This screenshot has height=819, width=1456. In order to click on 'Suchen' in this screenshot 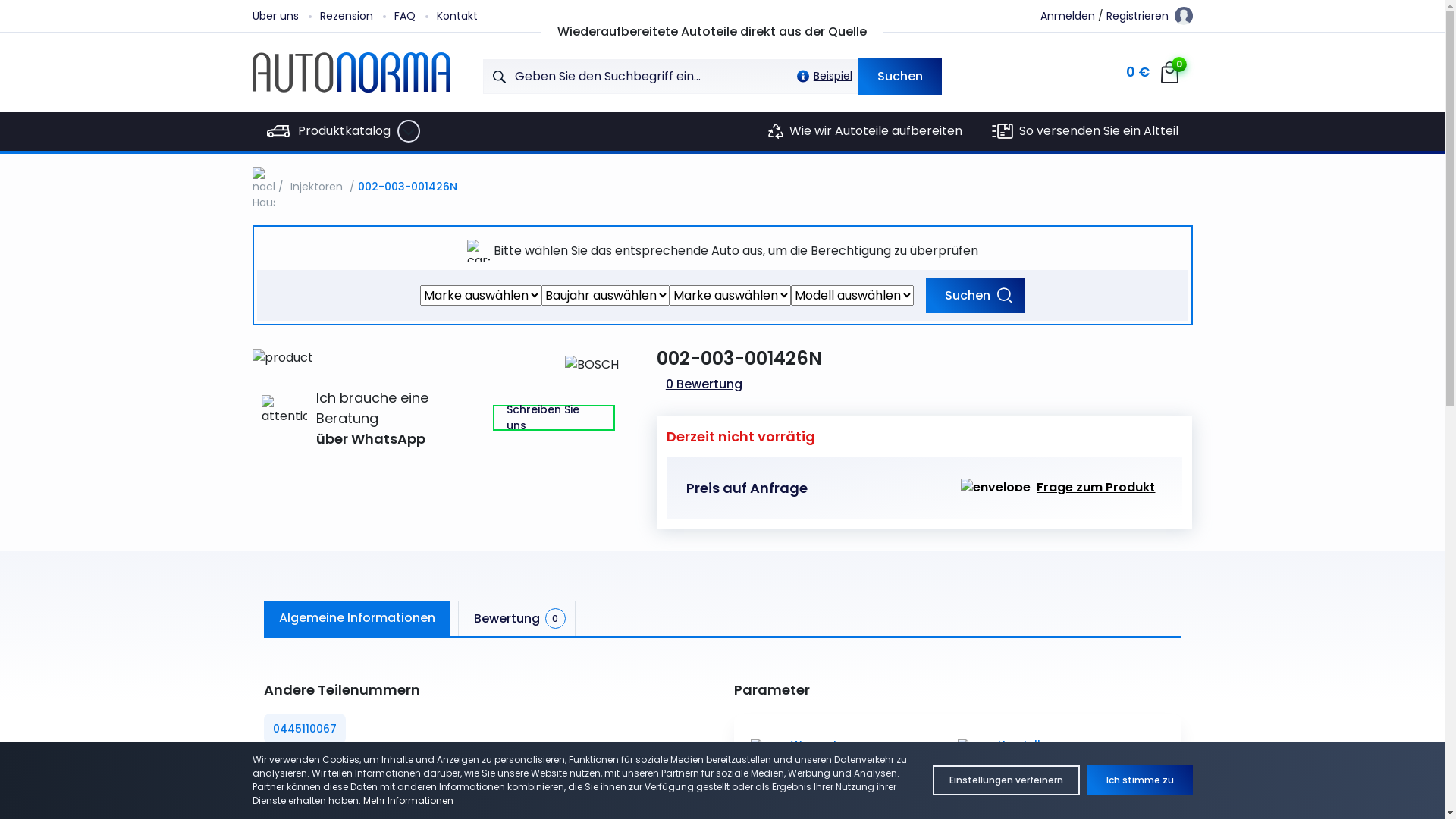, I will do `click(974, 295)`.